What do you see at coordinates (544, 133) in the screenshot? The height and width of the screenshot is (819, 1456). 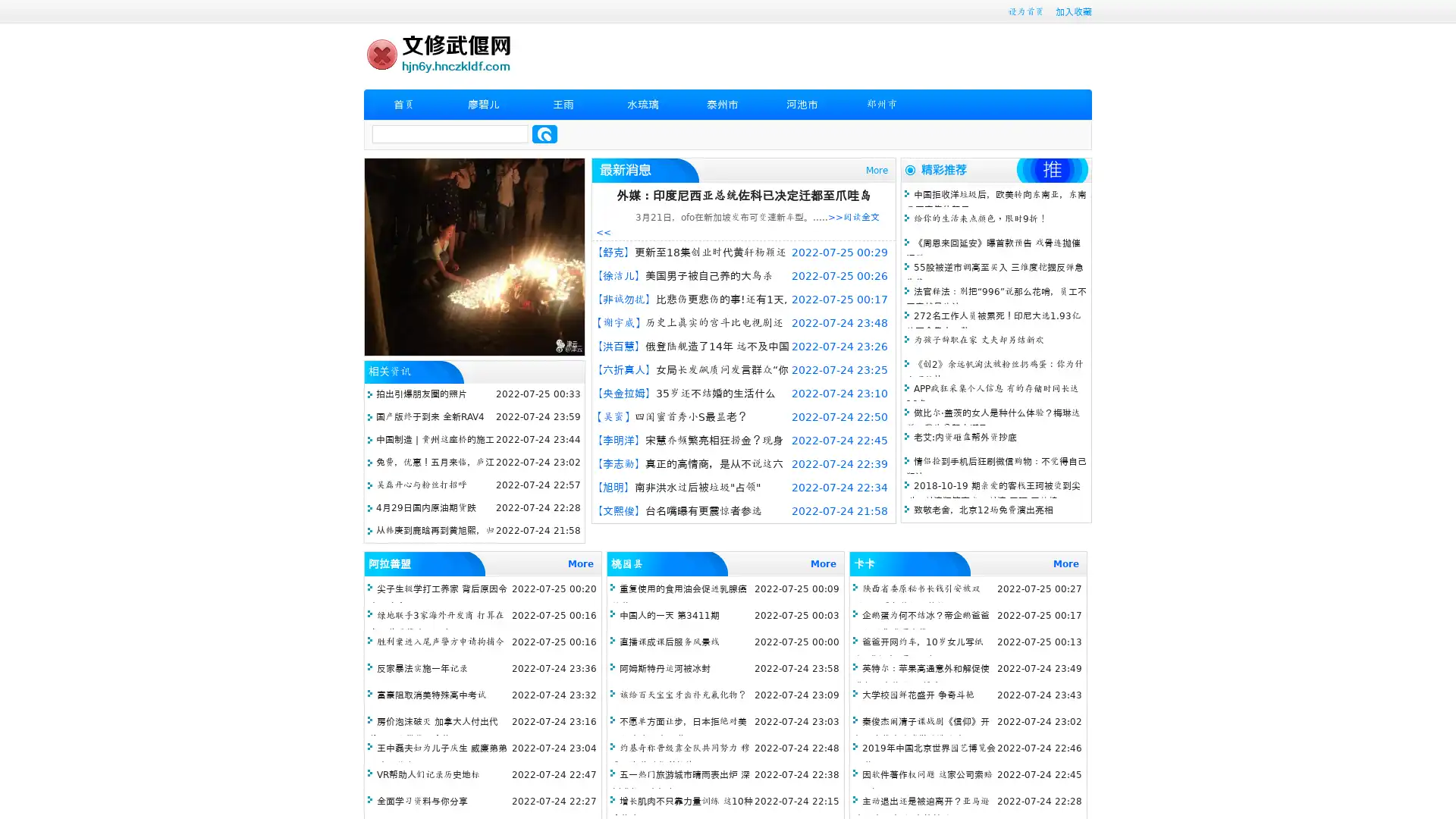 I see `Search` at bounding box center [544, 133].